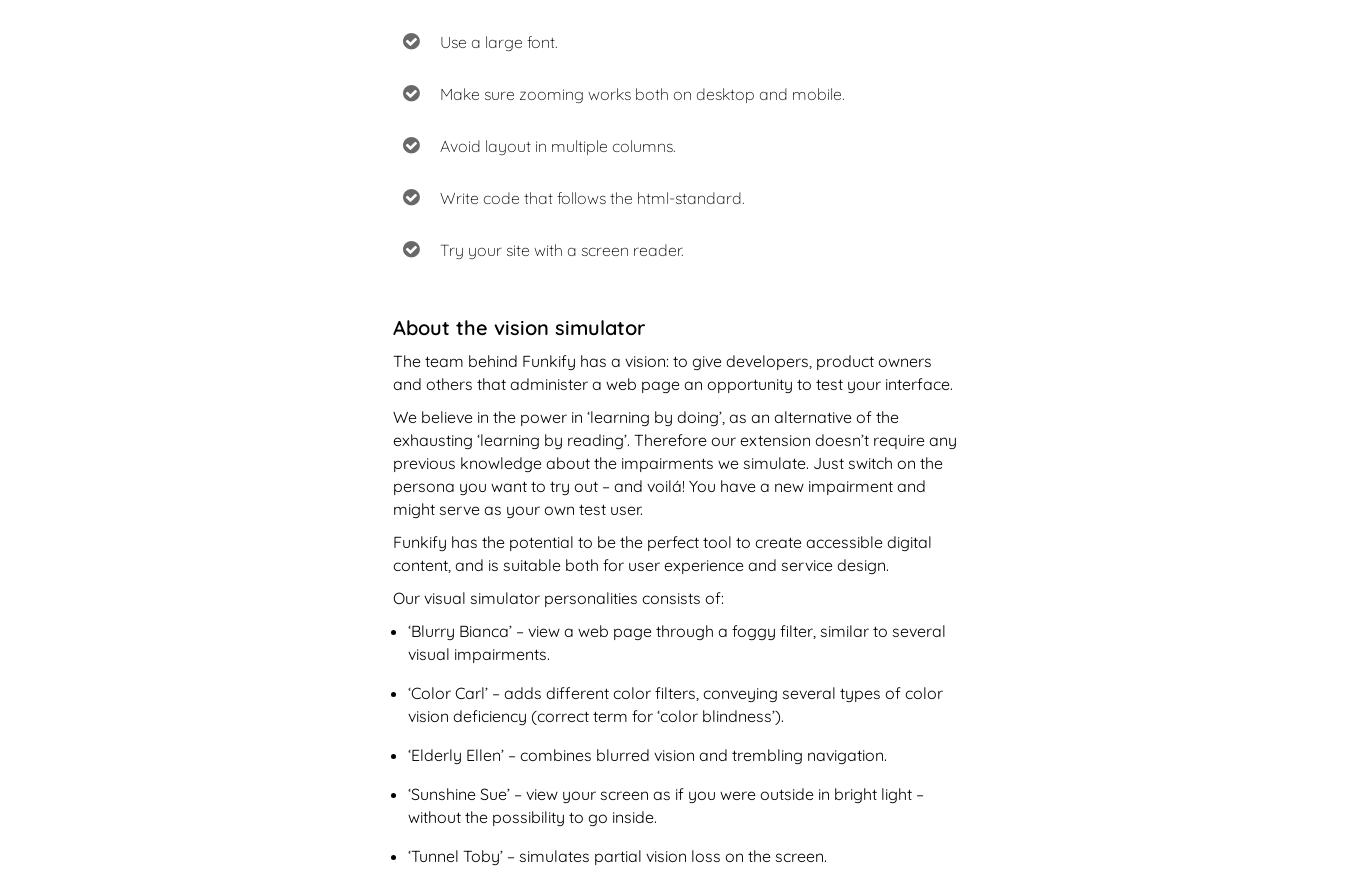 The width and height of the screenshot is (1350, 880). Describe the element at coordinates (591, 197) in the screenshot. I see `'Write code that follows the html-standard.'` at that location.